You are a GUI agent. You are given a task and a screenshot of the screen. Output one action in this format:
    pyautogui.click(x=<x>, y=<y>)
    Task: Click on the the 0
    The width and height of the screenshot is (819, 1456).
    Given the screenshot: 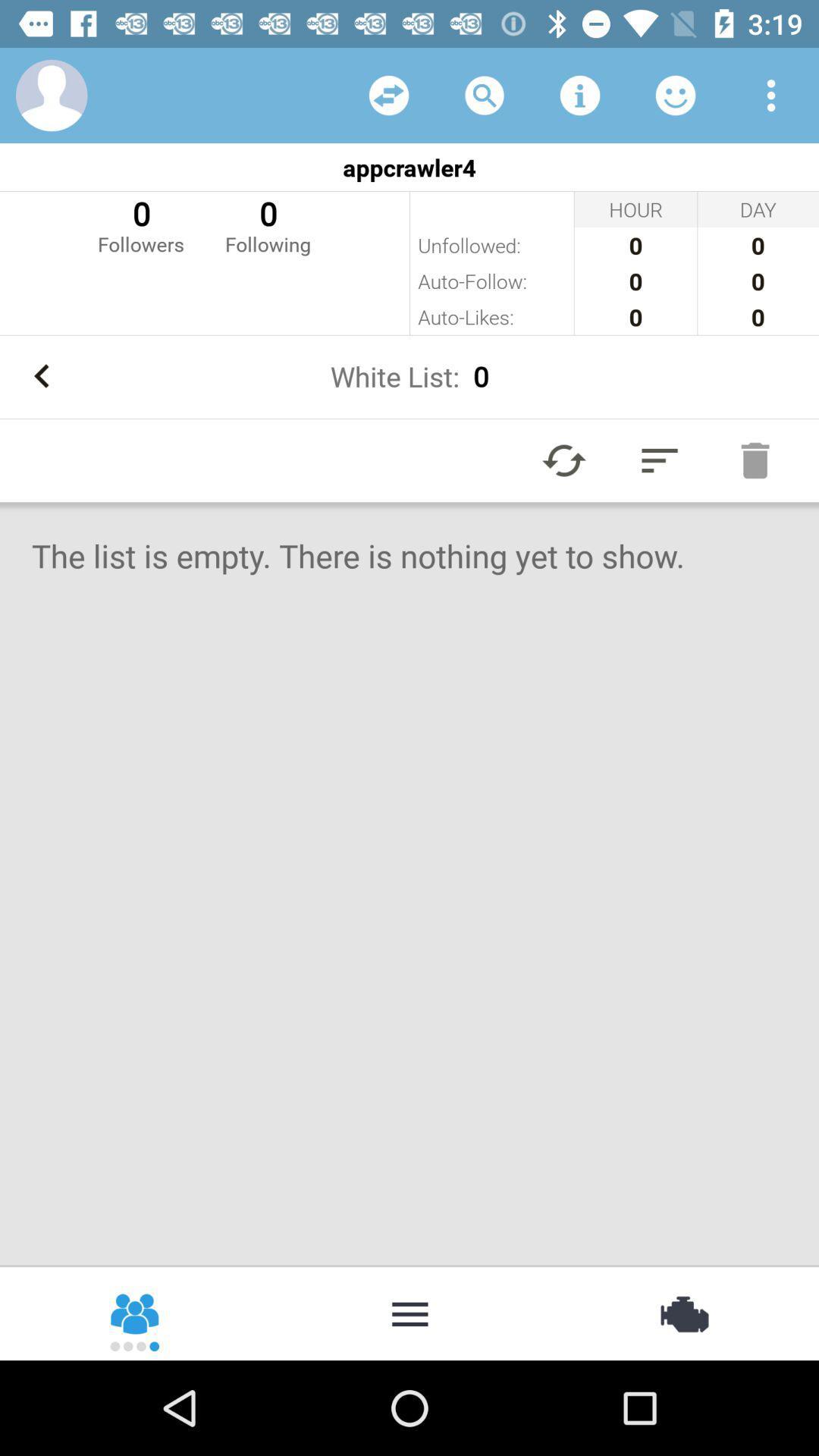 What is the action you would take?
    pyautogui.click(x=267, y=224)
    